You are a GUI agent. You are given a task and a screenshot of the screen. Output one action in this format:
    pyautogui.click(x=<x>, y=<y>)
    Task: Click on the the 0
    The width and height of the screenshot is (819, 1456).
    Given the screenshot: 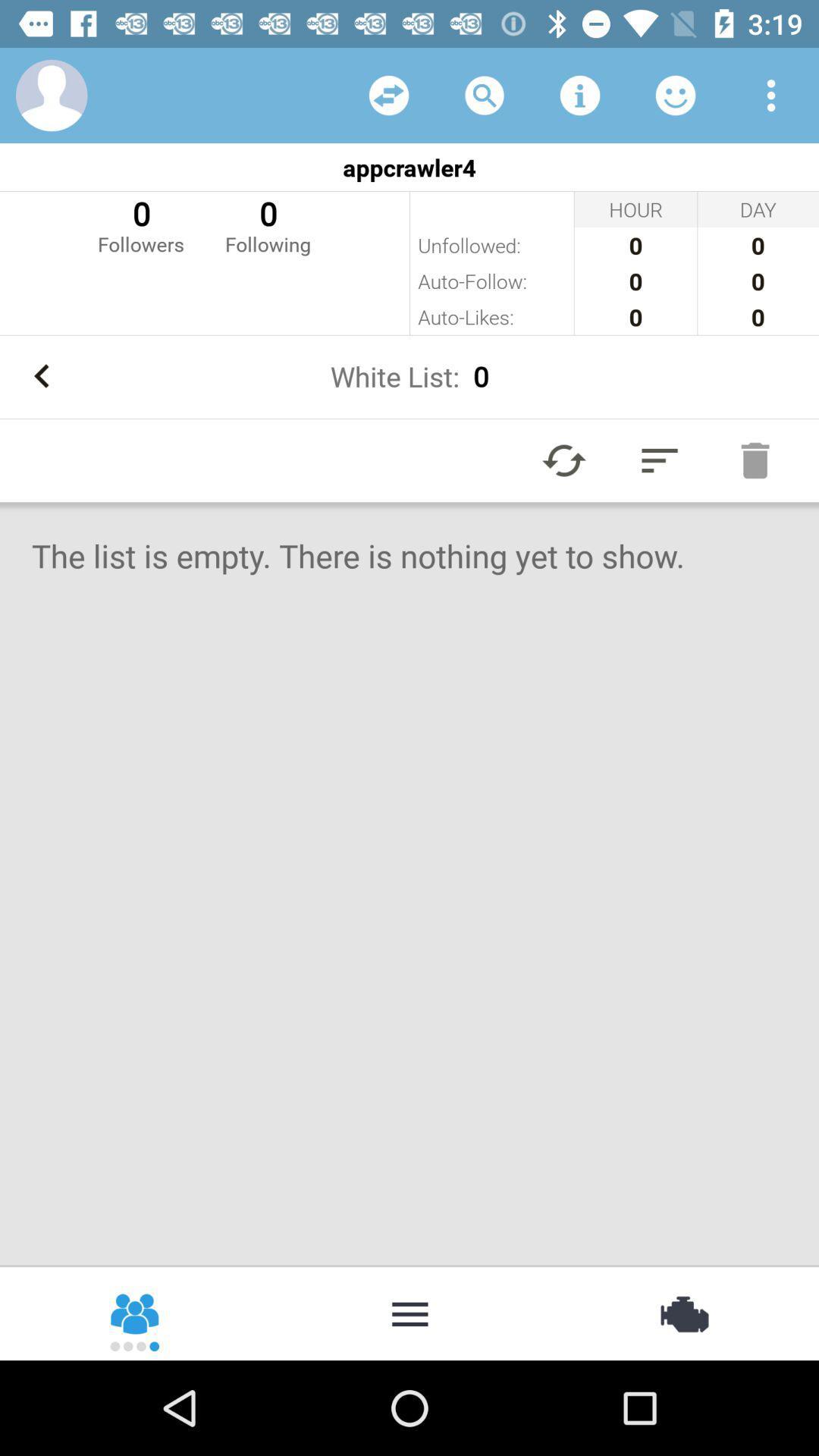 What is the action you would take?
    pyautogui.click(x=267, y=224)
    